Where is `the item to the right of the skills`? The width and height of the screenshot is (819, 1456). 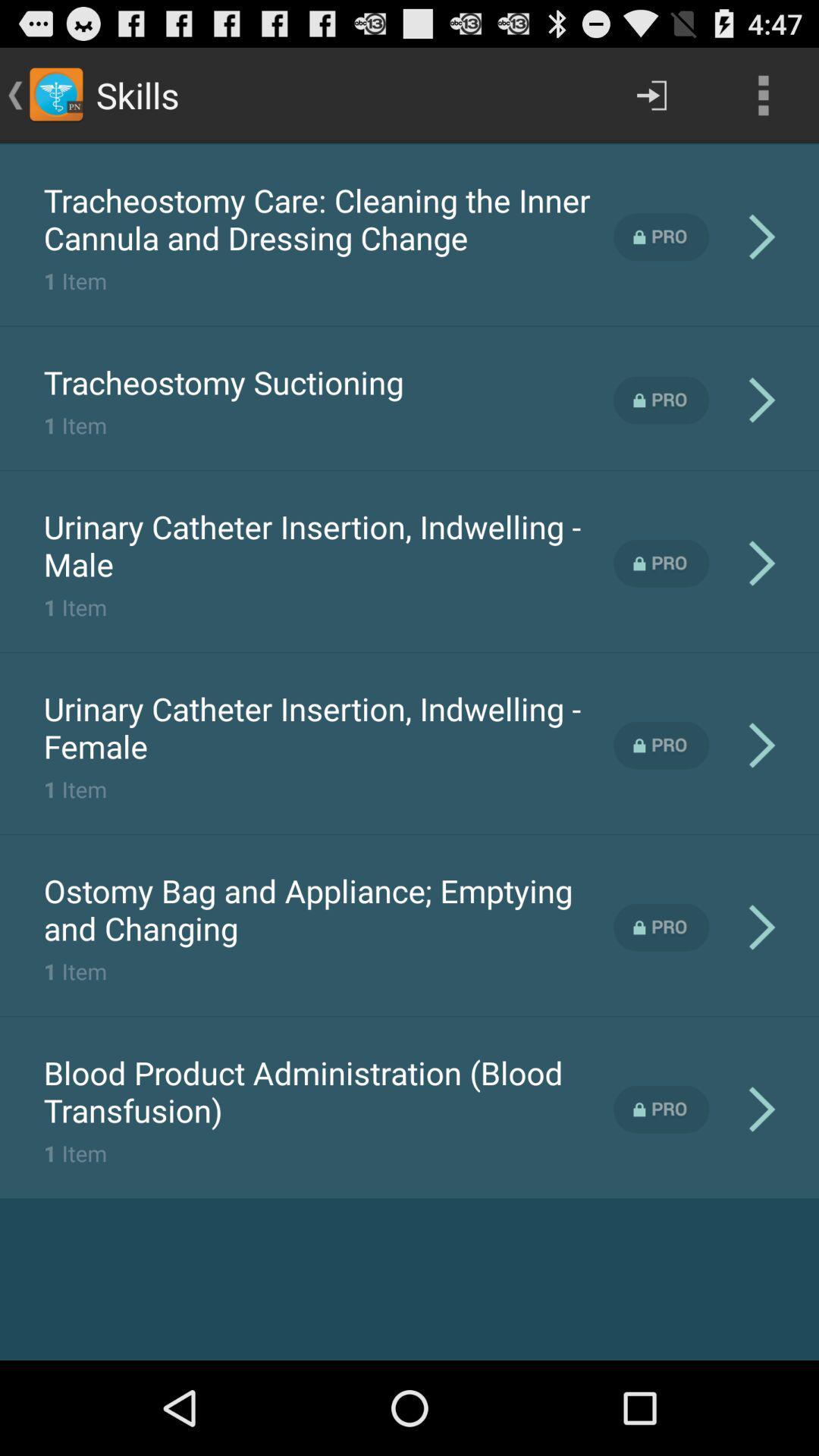
the item to the right of the skills is located at coordinates (651, 94).